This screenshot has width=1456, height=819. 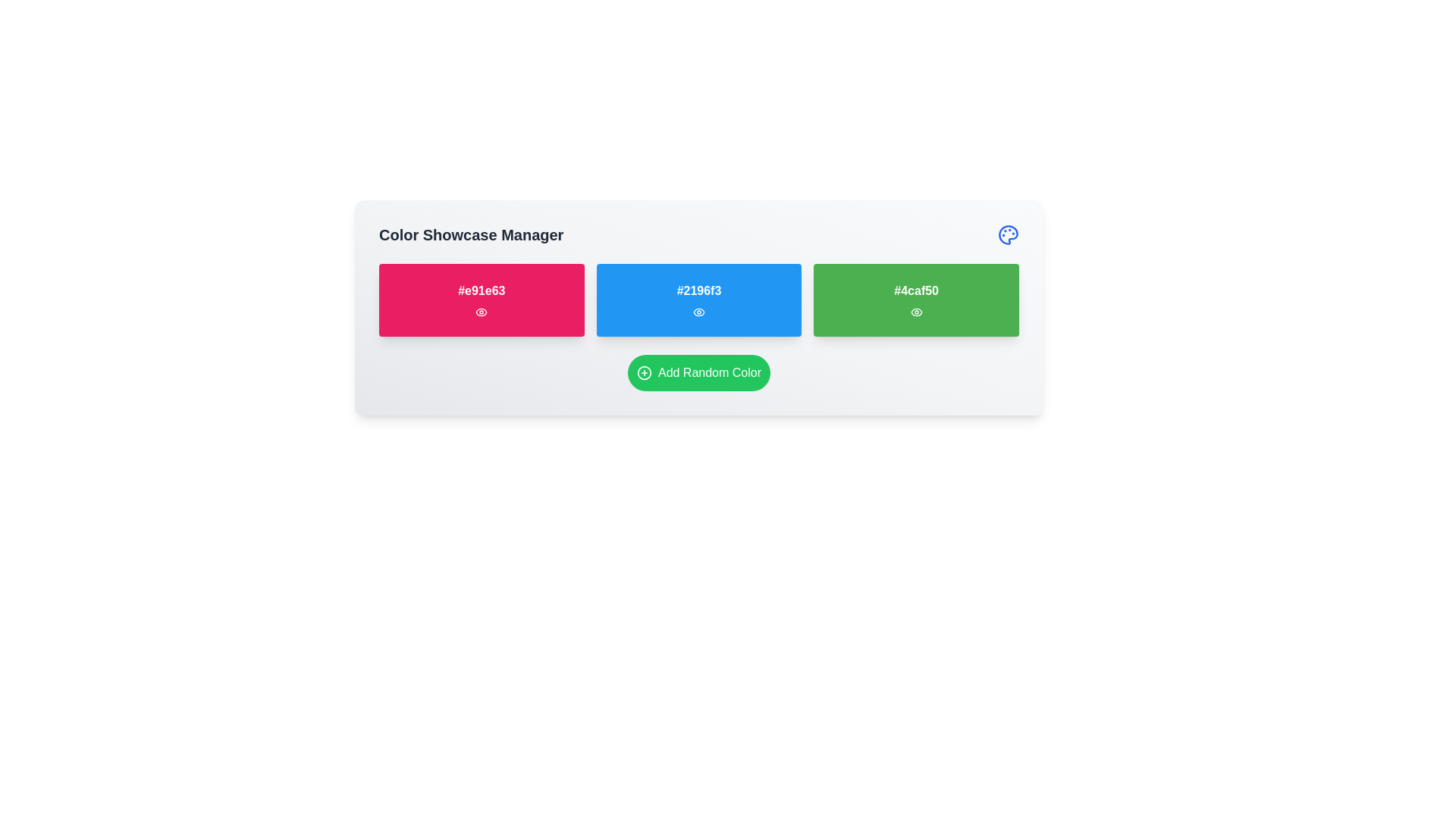 I want to click on the visibility toggle icon located in the center of the blue tile labeled '#2196f3', positioned below the text within the tile, so click(x=698, y=312).